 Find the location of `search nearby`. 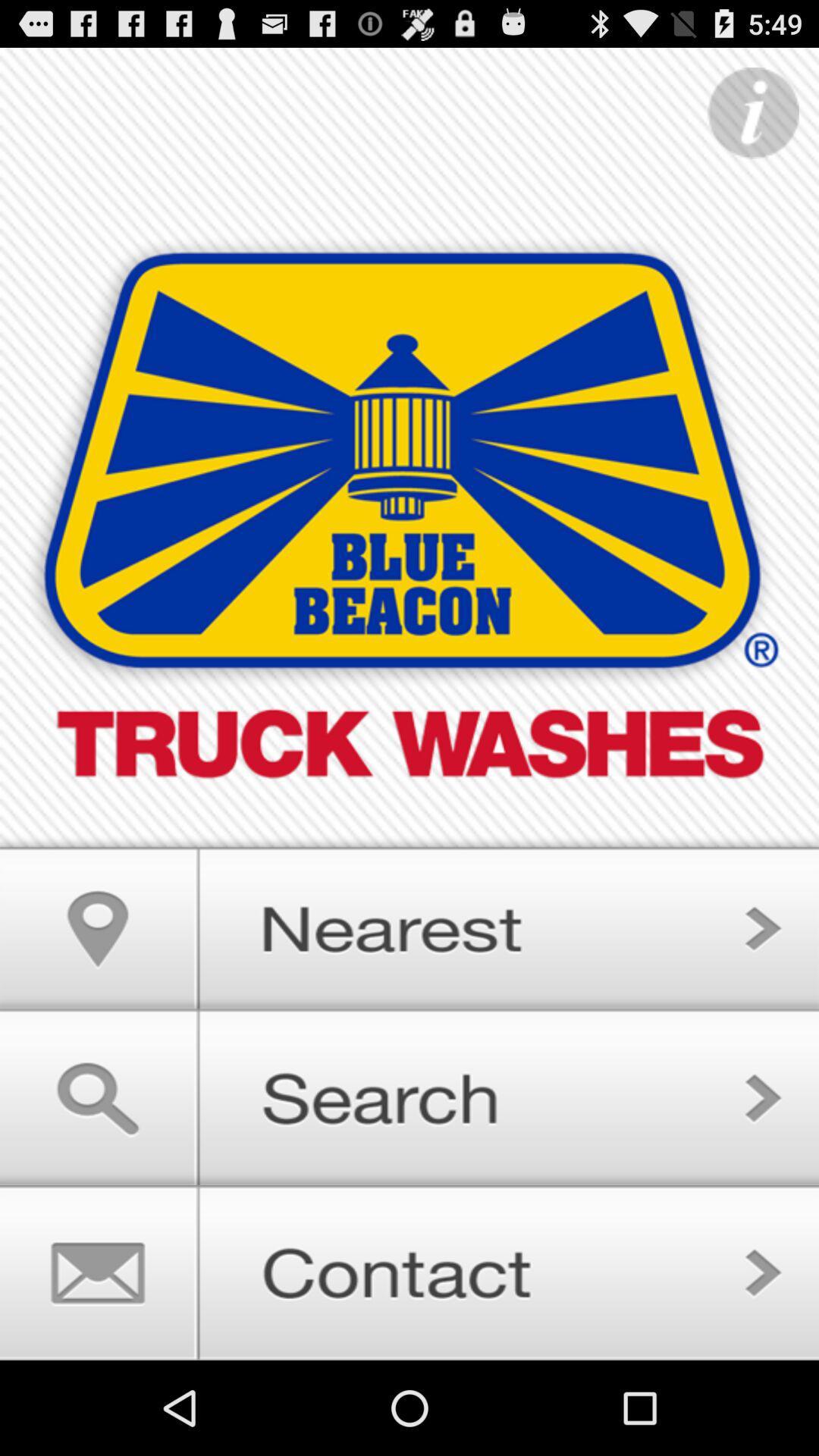

search nearby is located at coordinates (409, 921).